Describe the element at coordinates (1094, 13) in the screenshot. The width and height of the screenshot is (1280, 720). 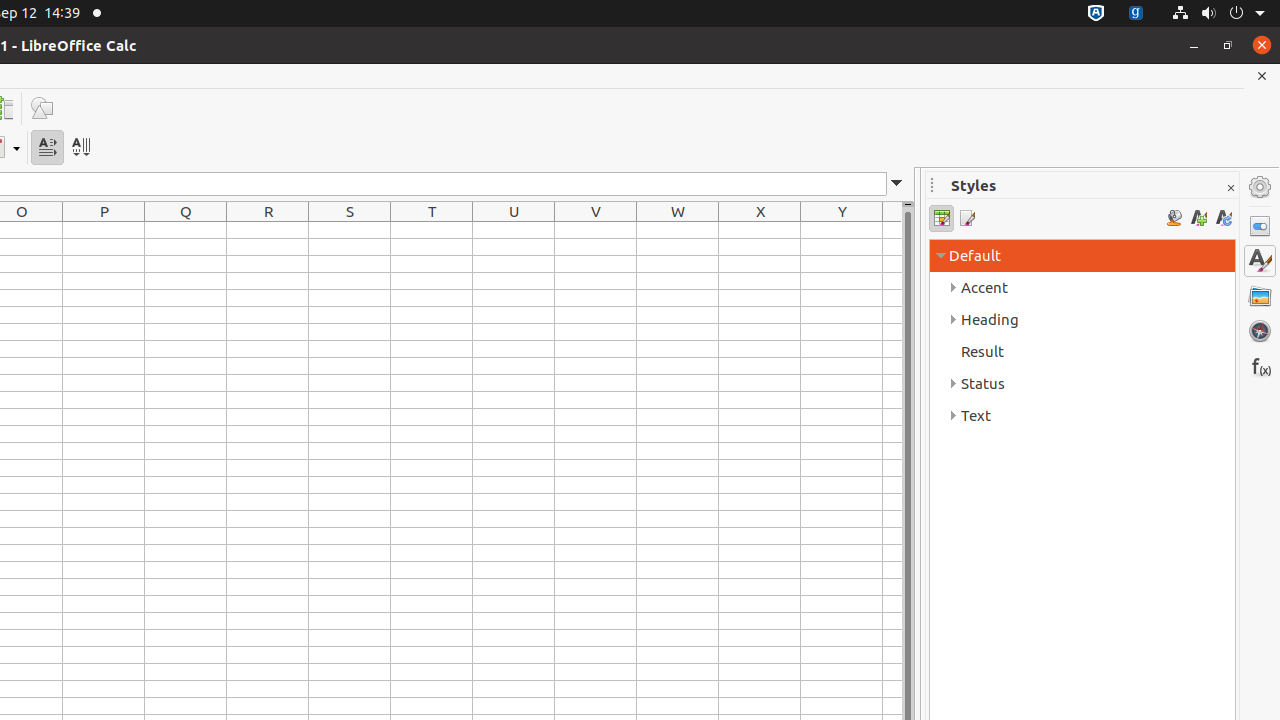
I see `':1.72/StatusNotifierItem'` at that location.